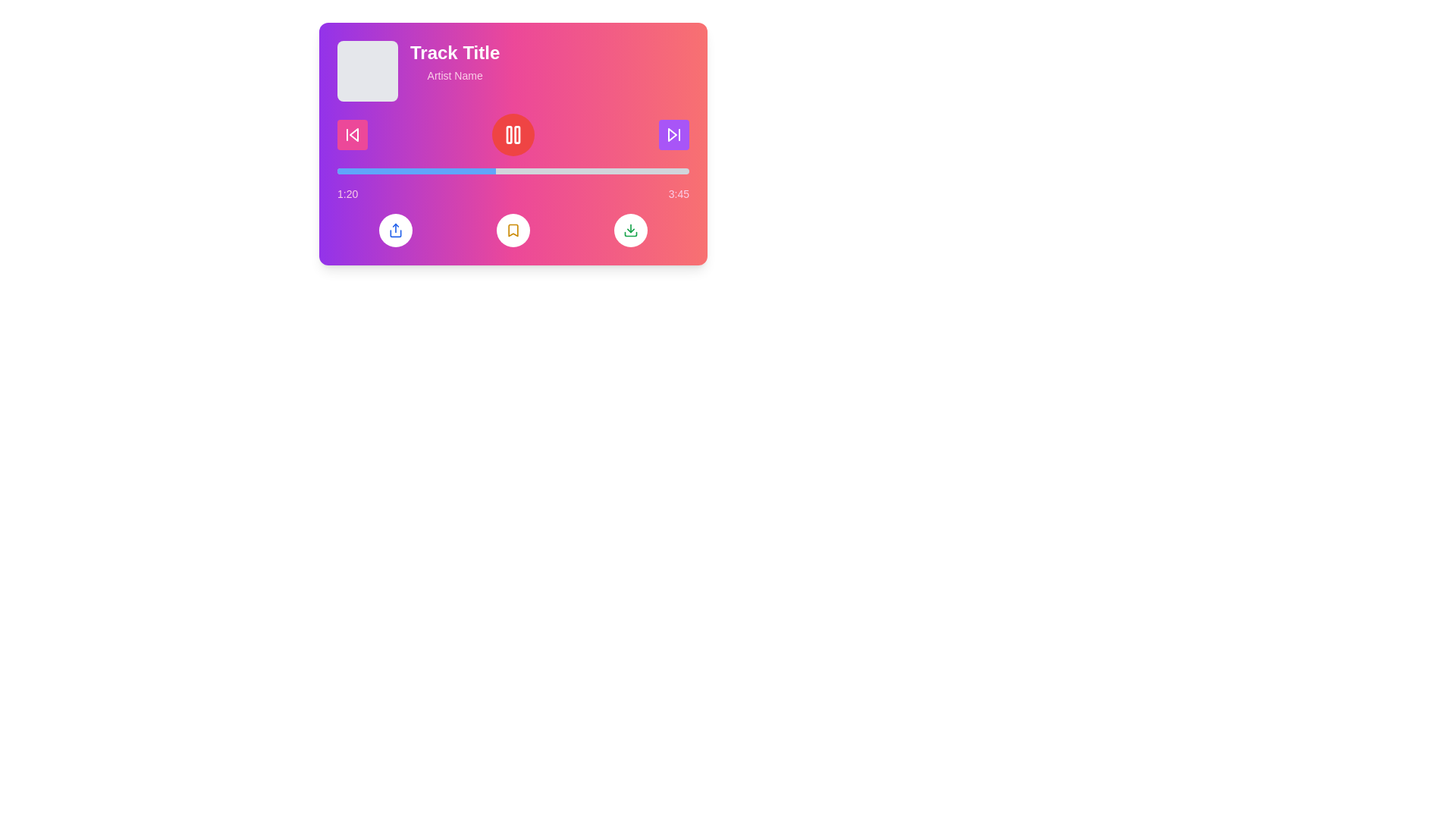  Describe the element at coordinates (428, 171) in the screenshot. I see `playback progress` at that location.